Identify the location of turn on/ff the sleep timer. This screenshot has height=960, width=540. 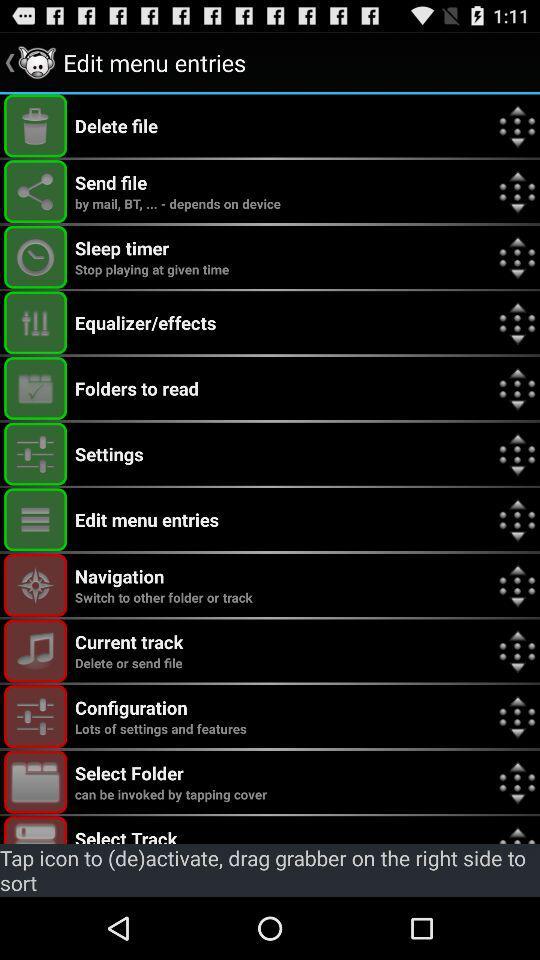
(35, 256).